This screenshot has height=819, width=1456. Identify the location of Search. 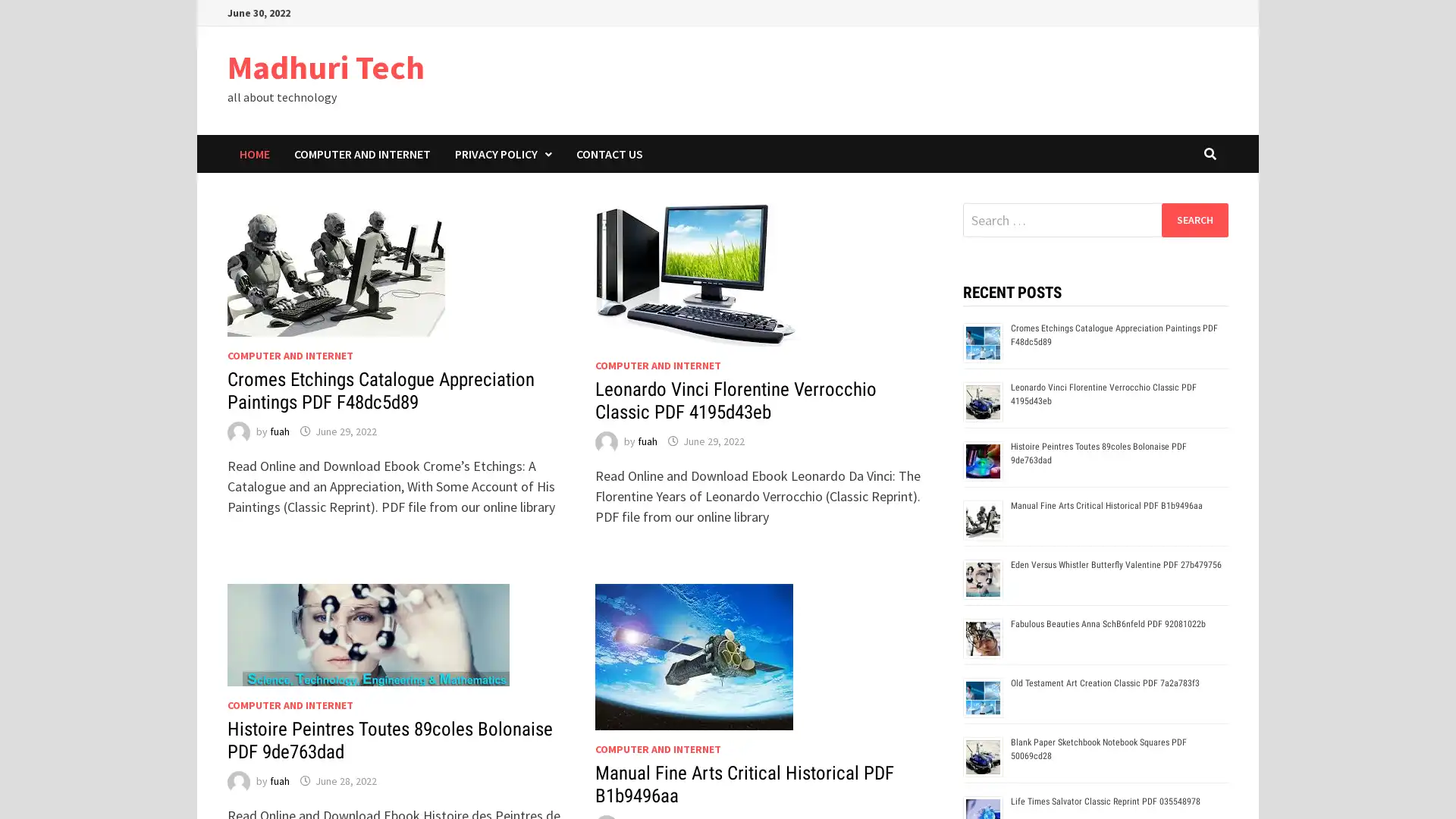
(1194, 219).